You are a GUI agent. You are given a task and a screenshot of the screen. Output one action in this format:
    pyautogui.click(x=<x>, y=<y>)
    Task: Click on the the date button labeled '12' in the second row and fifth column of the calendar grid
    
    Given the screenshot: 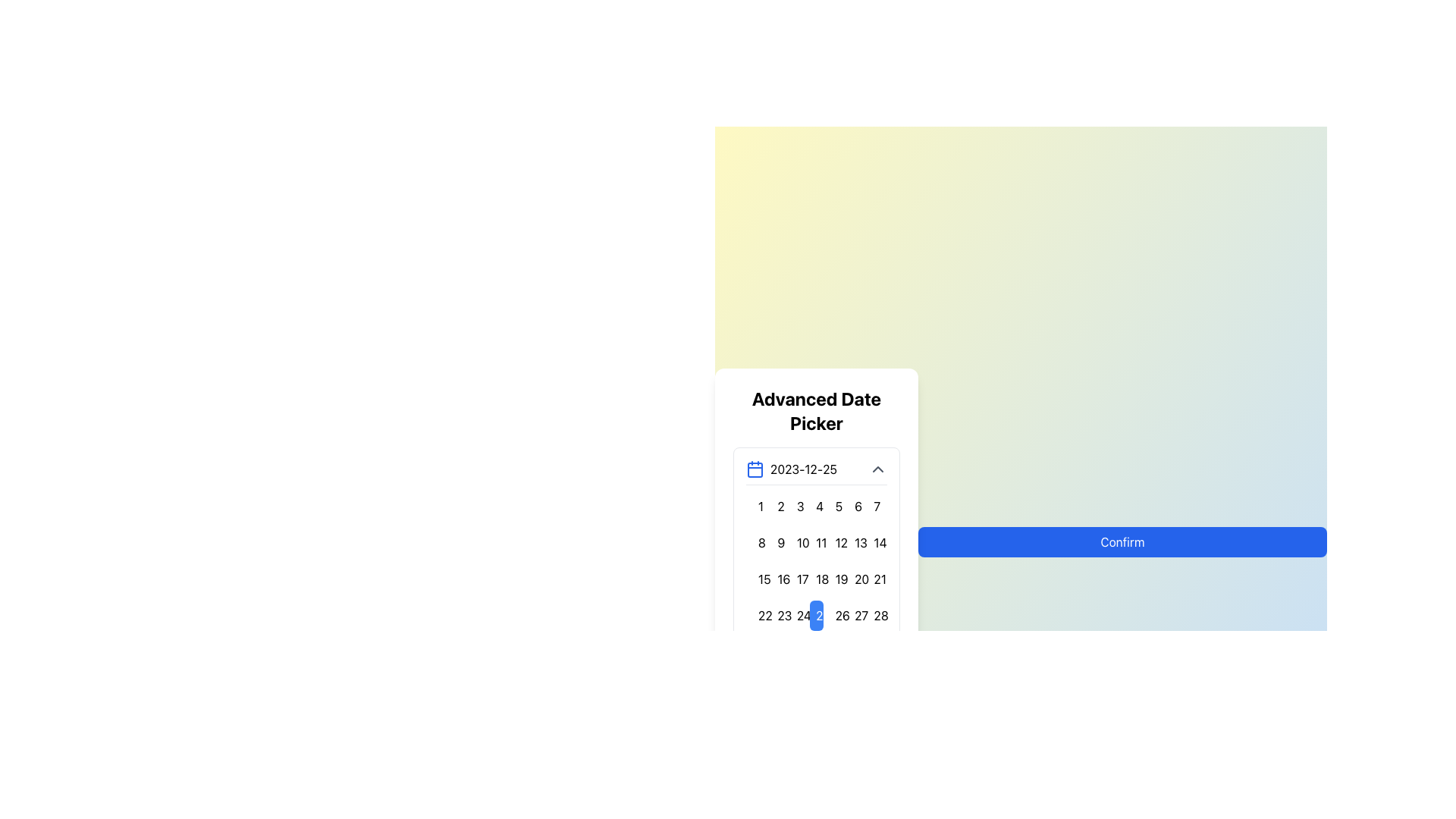 What is the action you would take?
    pyautogui.click(x=835, y=541)
    